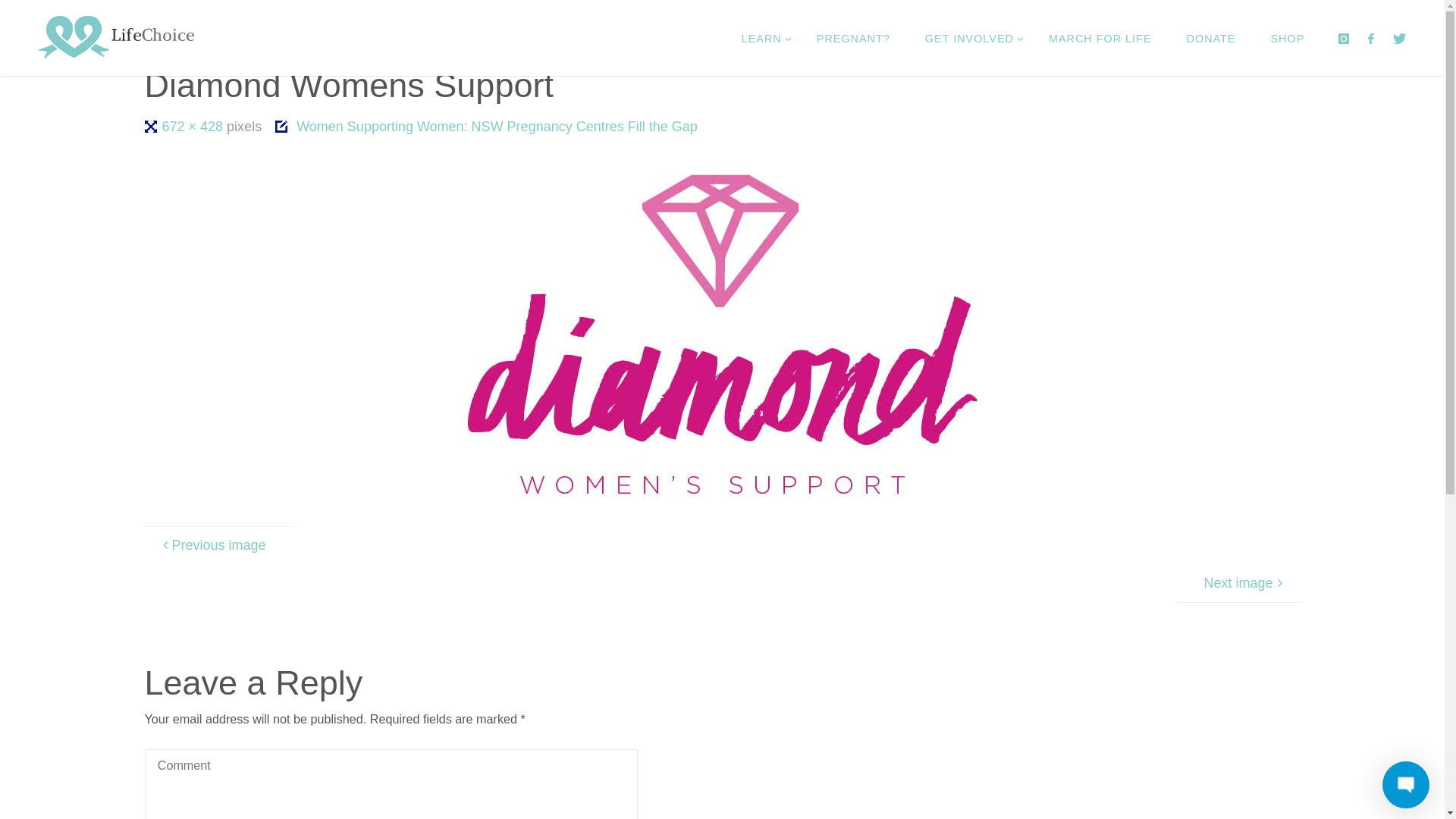  Describe the element at coordinates (853, 37) in the screenshot. I see `'PREGNANT?'` at that location.